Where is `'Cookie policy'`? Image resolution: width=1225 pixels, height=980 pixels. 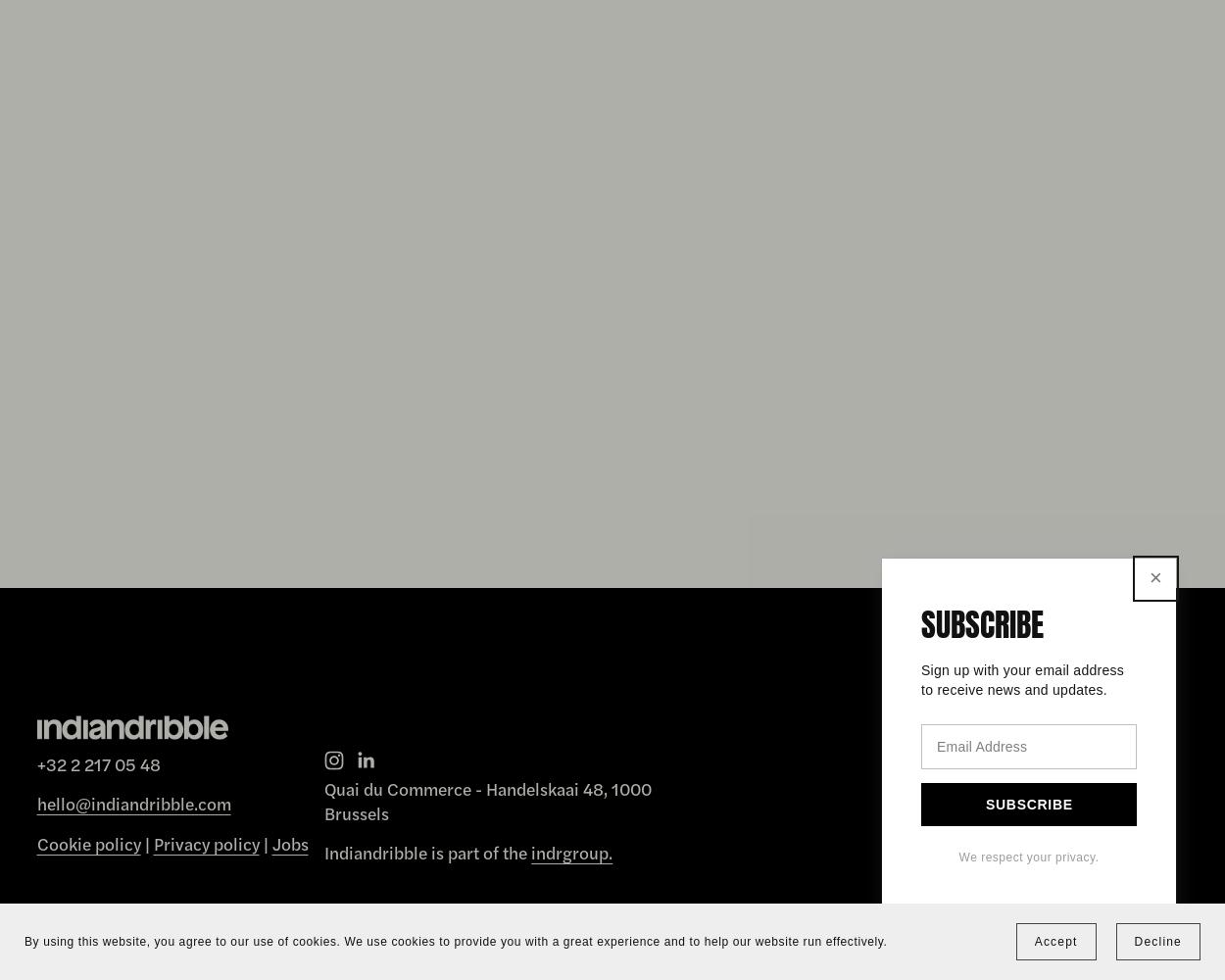
'Cookie policy' is located at coordinates (87, 841).